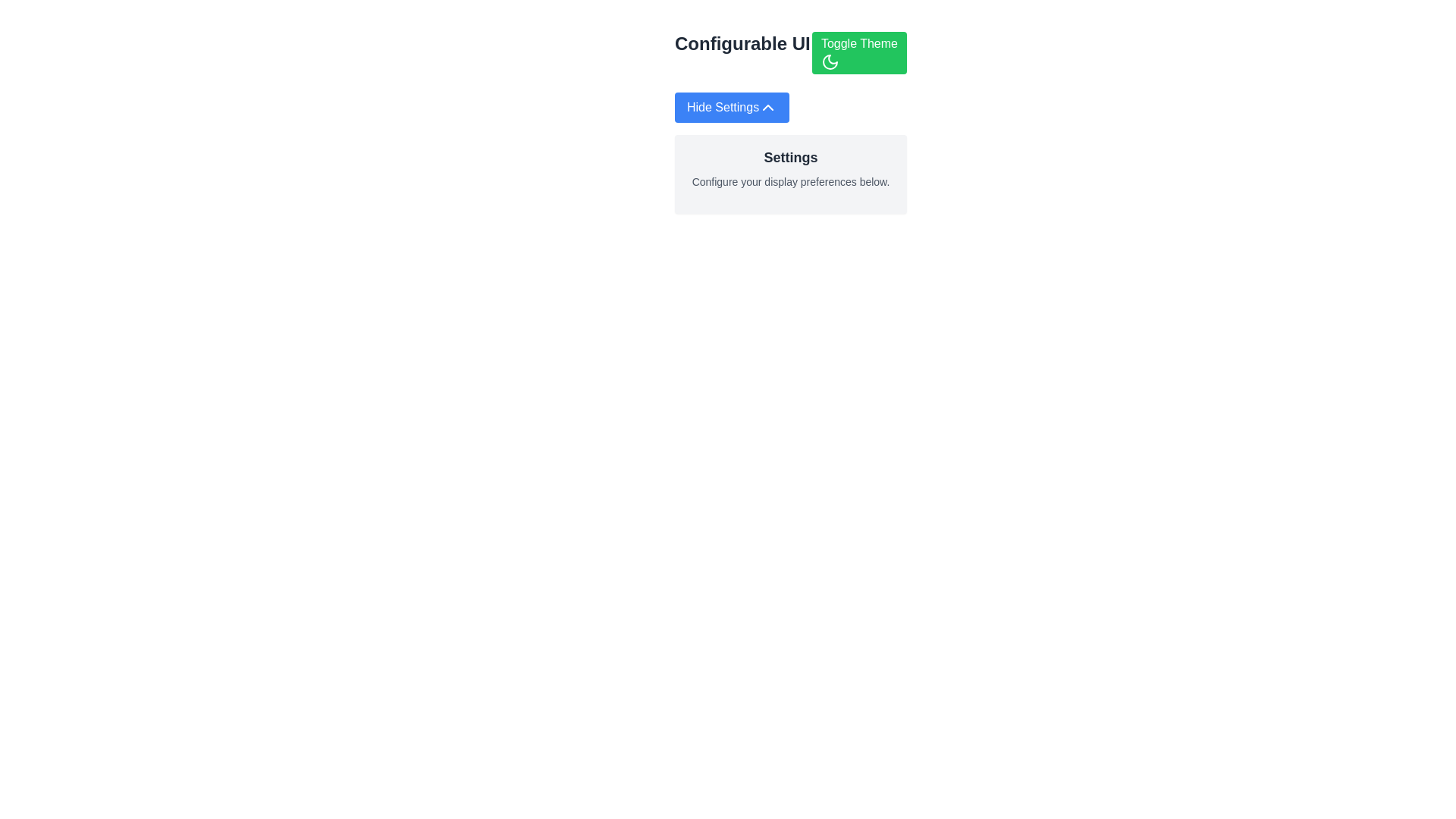 Image resolution: width=1456 pixels, height=819 pixels. Describe the element at coordinates (768, 107) in the screenshot. I see `the upward chevron icon located on the right side of the 'Hide Settings' button` at that location.